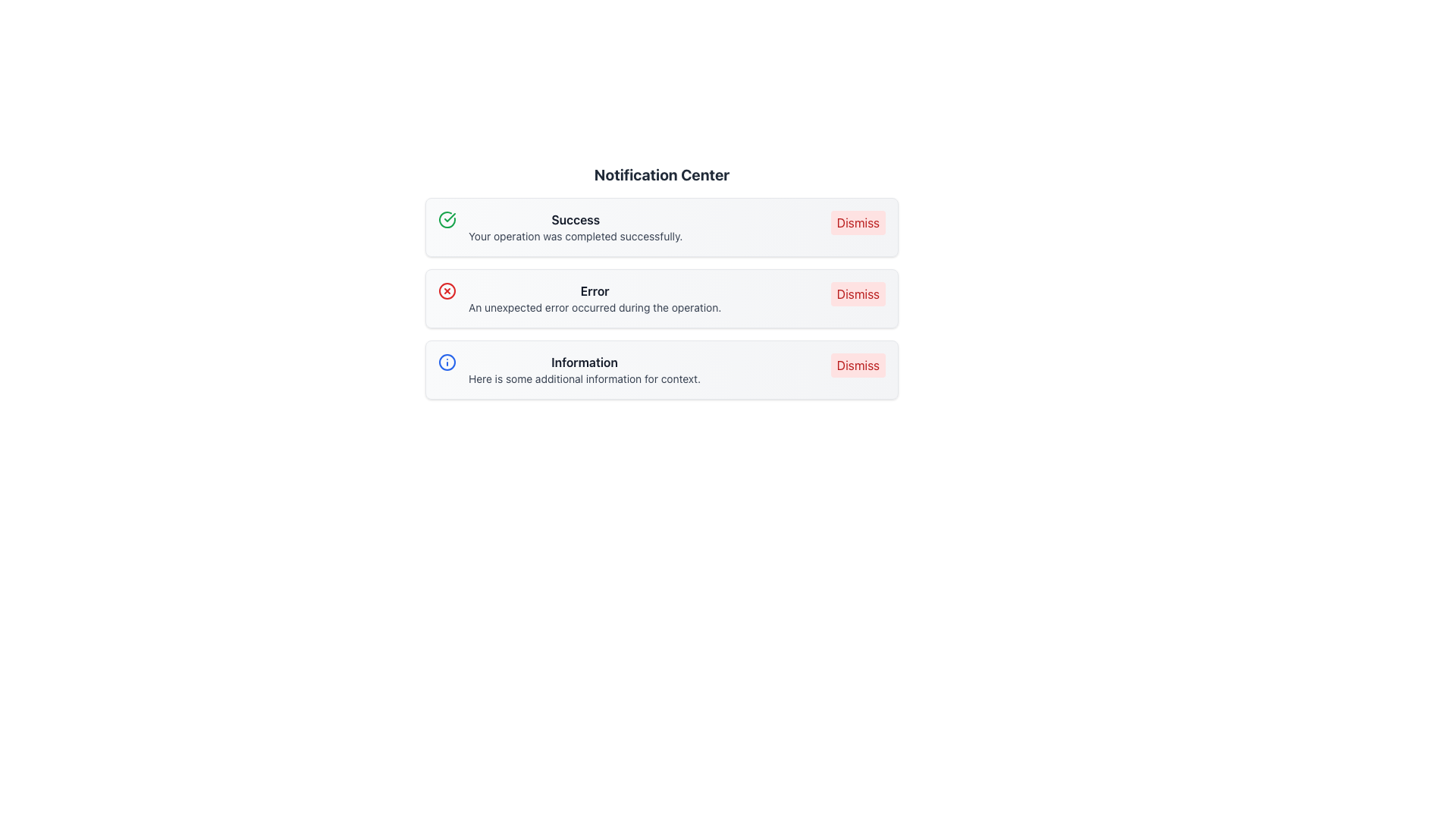  I want to click on header text that serves as the title for the notification area, providing context to the notifications below it, so click(662, 174).